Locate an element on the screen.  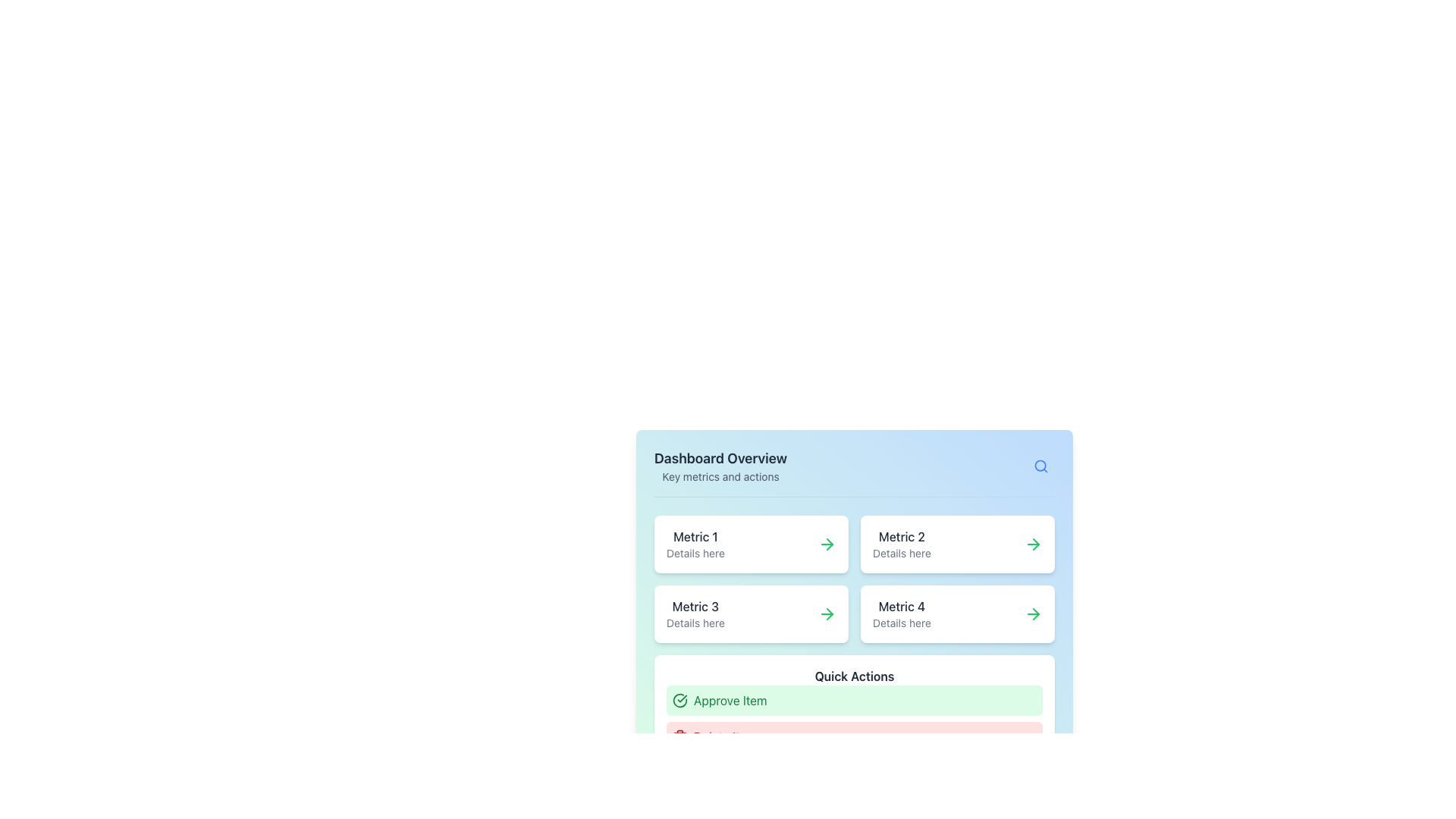
the static text label that provides additional information related to 'Metric 3', located in the bottom section of the 'Metric 3' card in the lower left of the four-card grid is located at coordinates (695, 623).